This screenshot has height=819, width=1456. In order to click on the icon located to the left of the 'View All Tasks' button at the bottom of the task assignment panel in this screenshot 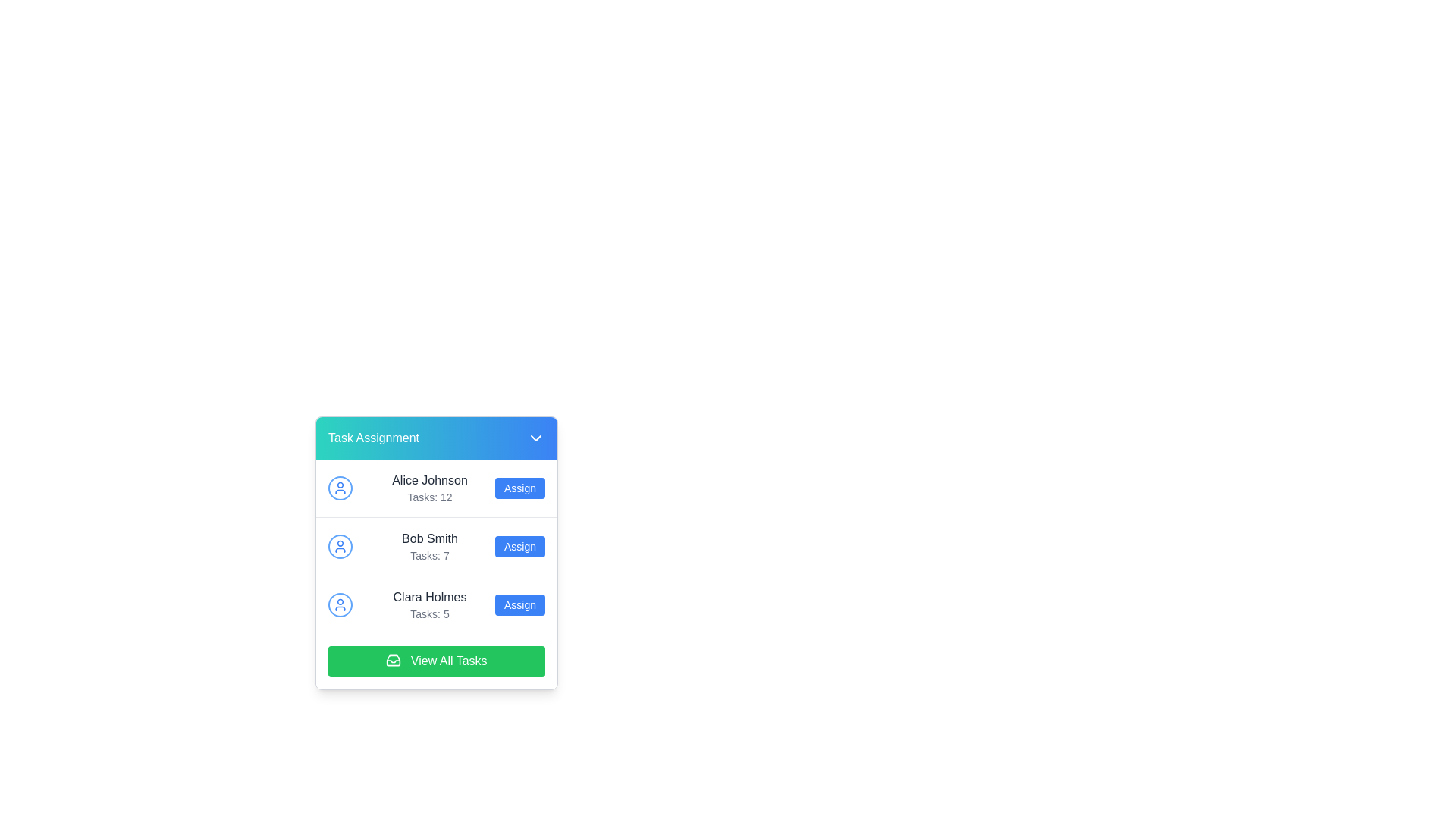, I will do `click(394, 659)`.